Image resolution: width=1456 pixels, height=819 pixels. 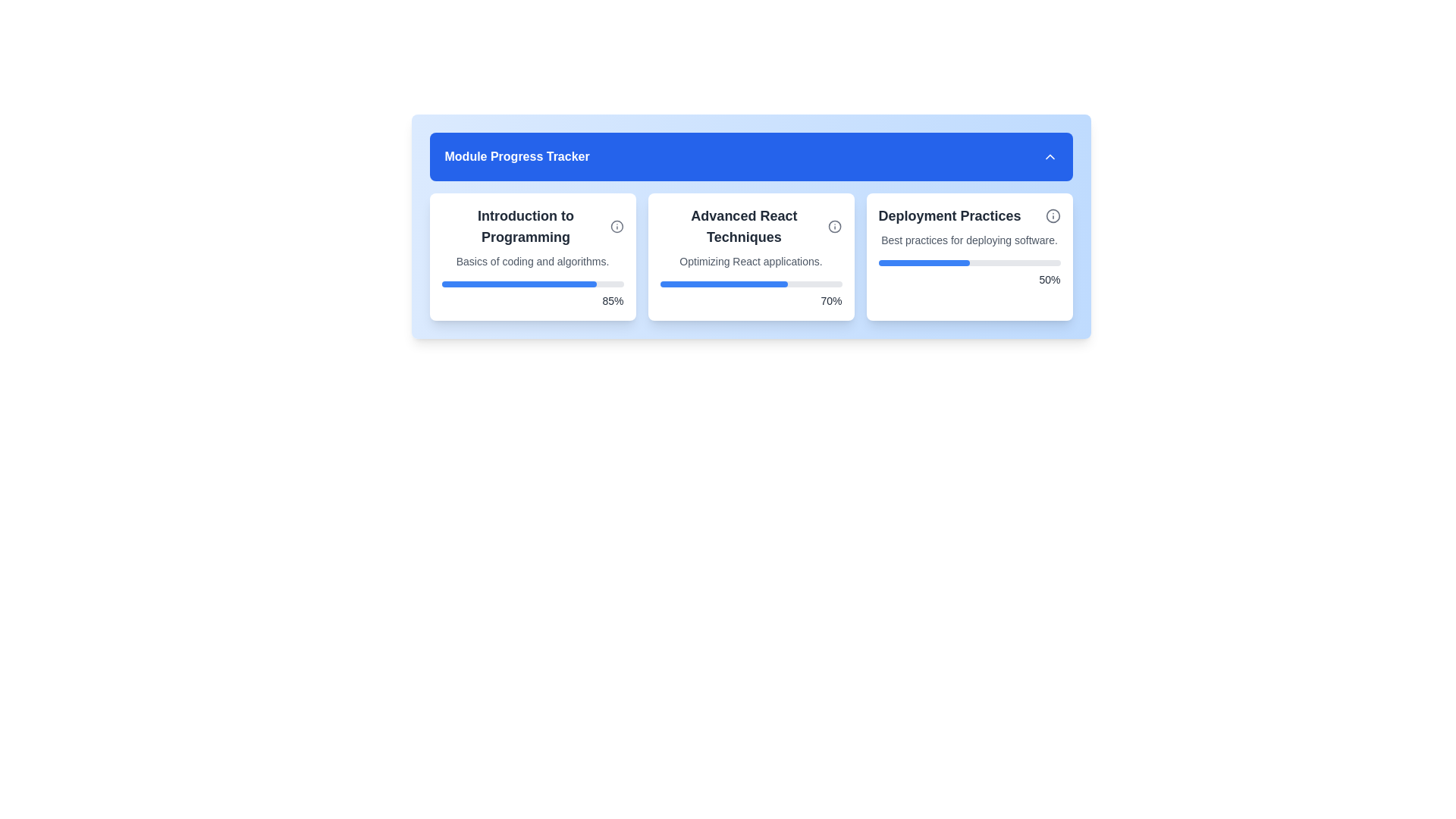 What do you see at coordinates (968, 262) in the screenshot?
I see `the progress bar located below the text 'Best practices for deploying software' within the 'Deployment Practices' card, which is visually represented as a thin horizontal bar with a gray background and a blue filled segment` at bounding box center [968, 262].